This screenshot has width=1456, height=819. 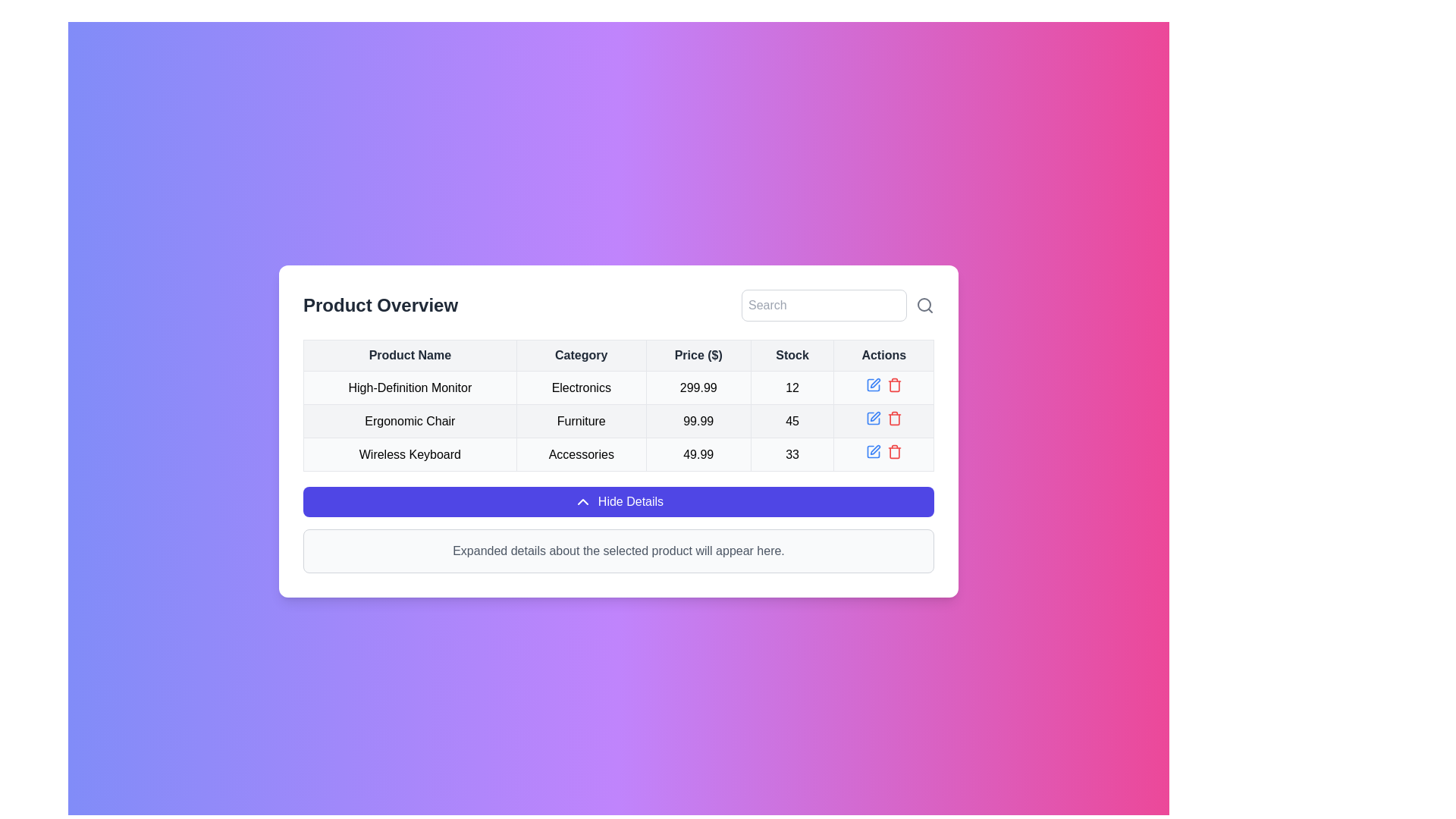 What do you see at coordinates (792, 356) in the screenshot?
I see `the fourth table header cell that indicates stock quantities of items, positioned between the 'Price ($)' and 'Actions' header cells` at bounding box center [792, 356].